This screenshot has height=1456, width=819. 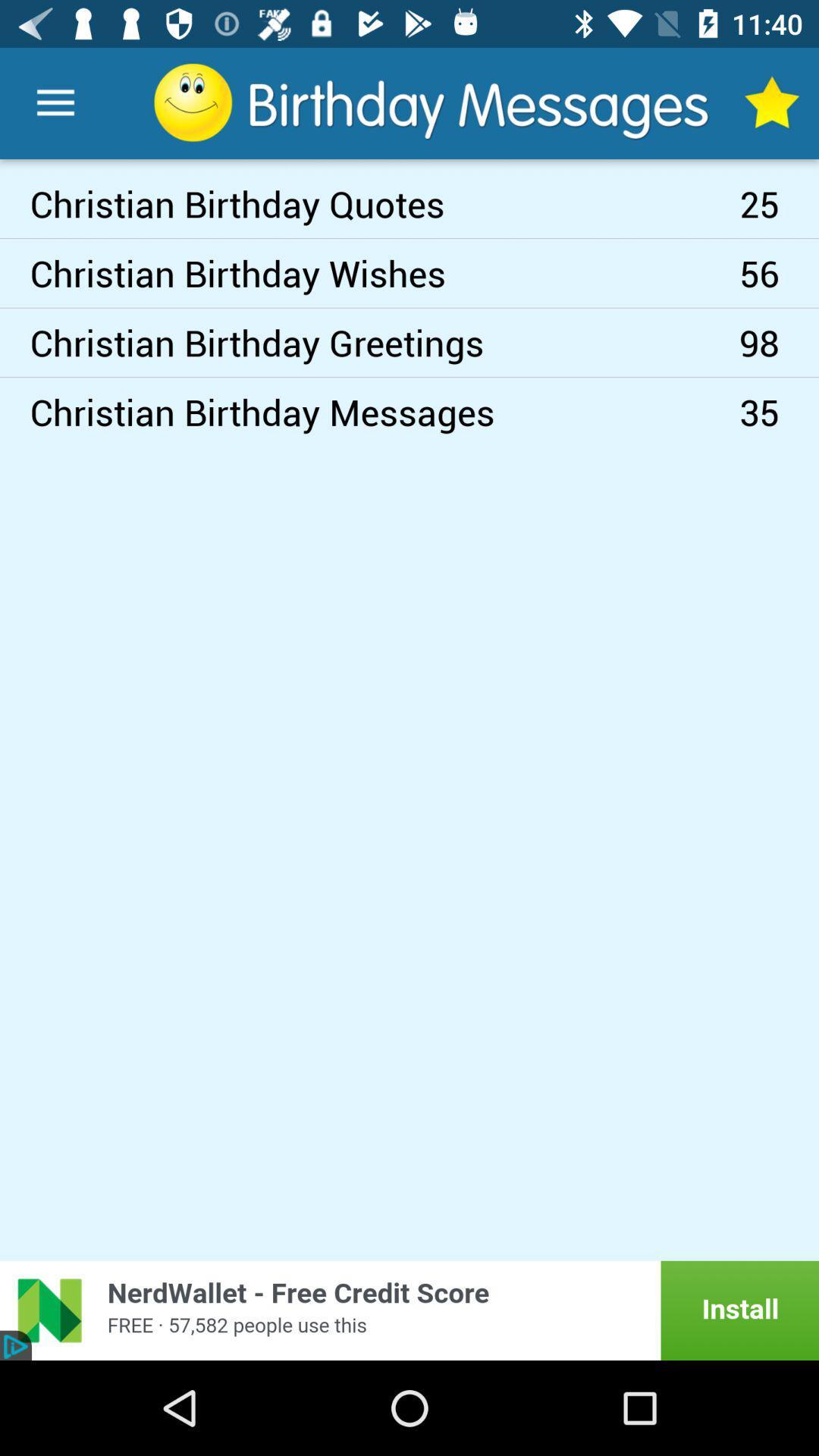 I want to click on item below 25 item, so click(x=779, y=273).